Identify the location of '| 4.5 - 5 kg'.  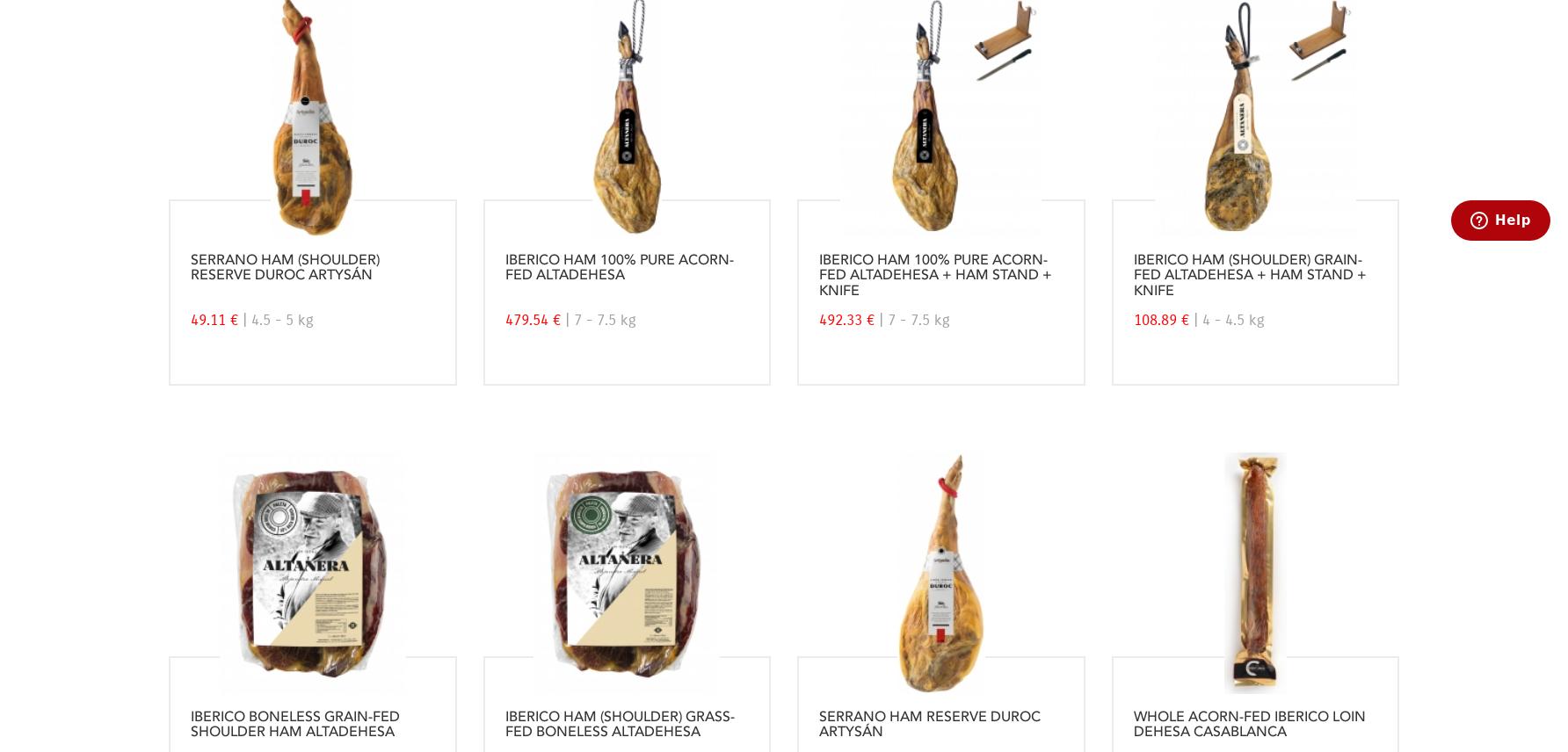
(278, 319).